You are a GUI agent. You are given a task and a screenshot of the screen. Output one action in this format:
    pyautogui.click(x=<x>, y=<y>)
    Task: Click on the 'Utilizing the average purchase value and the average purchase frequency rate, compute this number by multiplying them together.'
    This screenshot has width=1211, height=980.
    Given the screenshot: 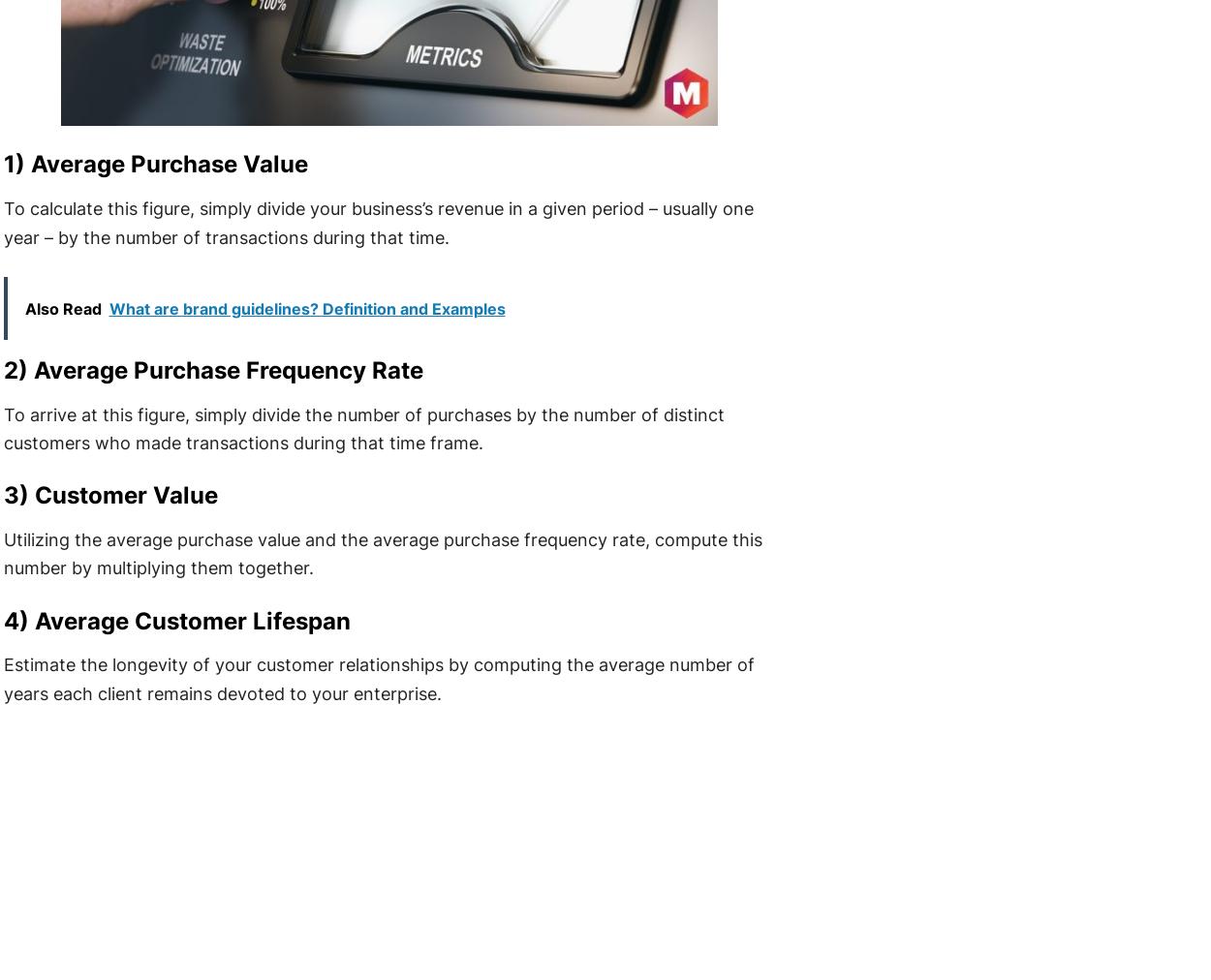 What is the action you would take?
    pyautogui.click(x=382, y=552)
    